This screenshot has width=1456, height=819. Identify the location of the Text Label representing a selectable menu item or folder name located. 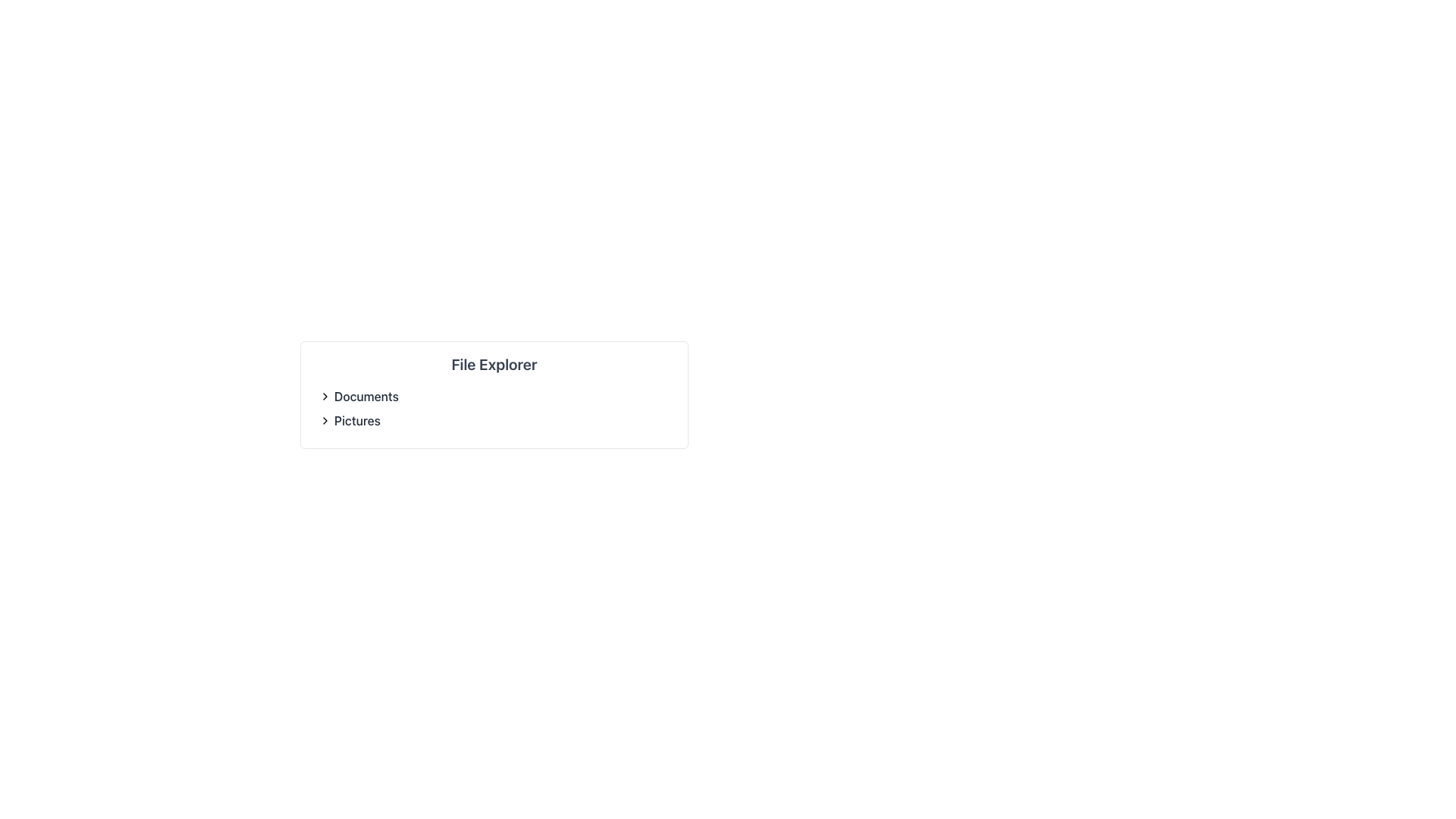
(349, 421).